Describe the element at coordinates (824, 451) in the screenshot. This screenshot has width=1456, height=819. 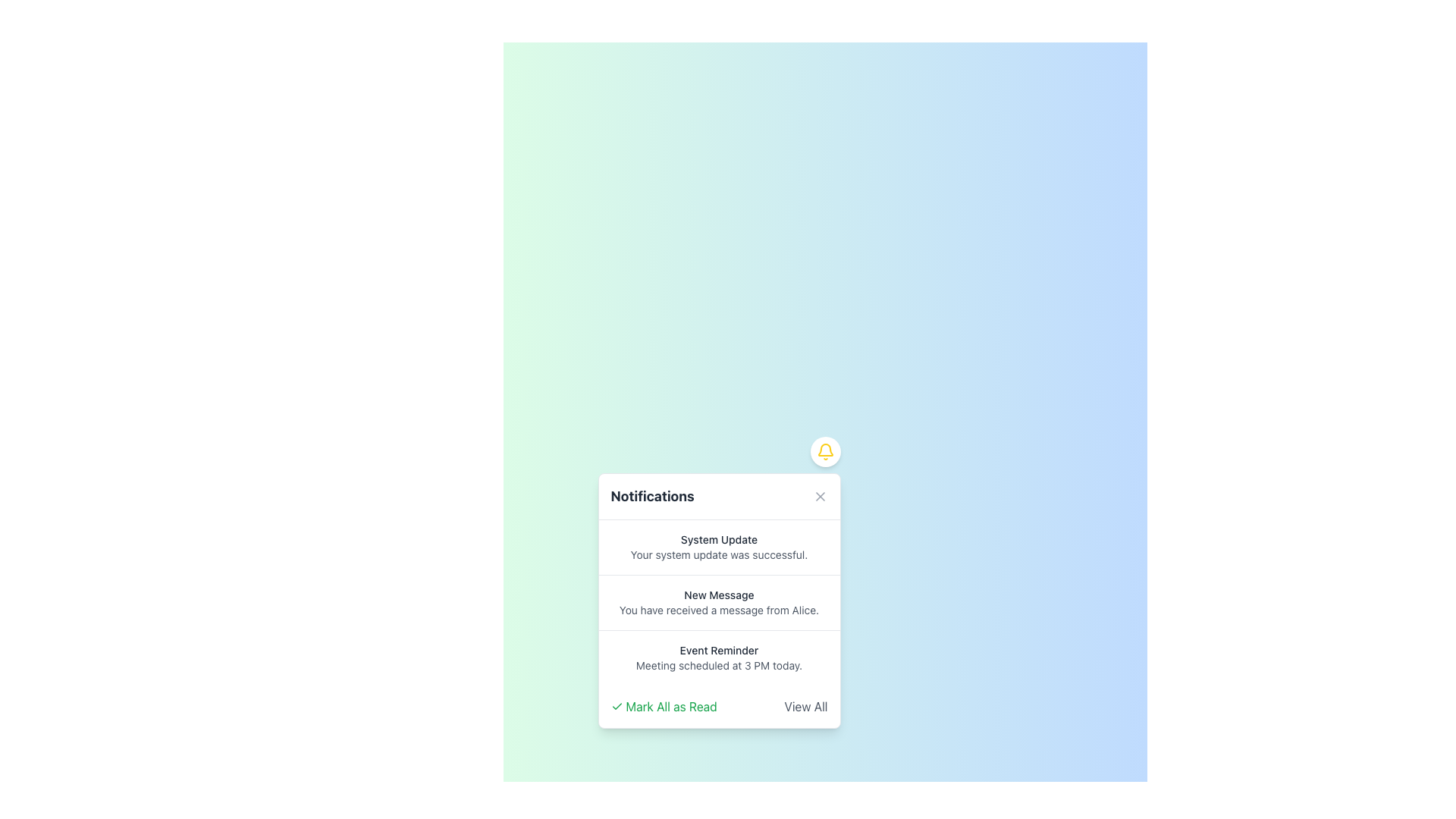
I see `the circular icon button with a yellow bell symbol` at that location.